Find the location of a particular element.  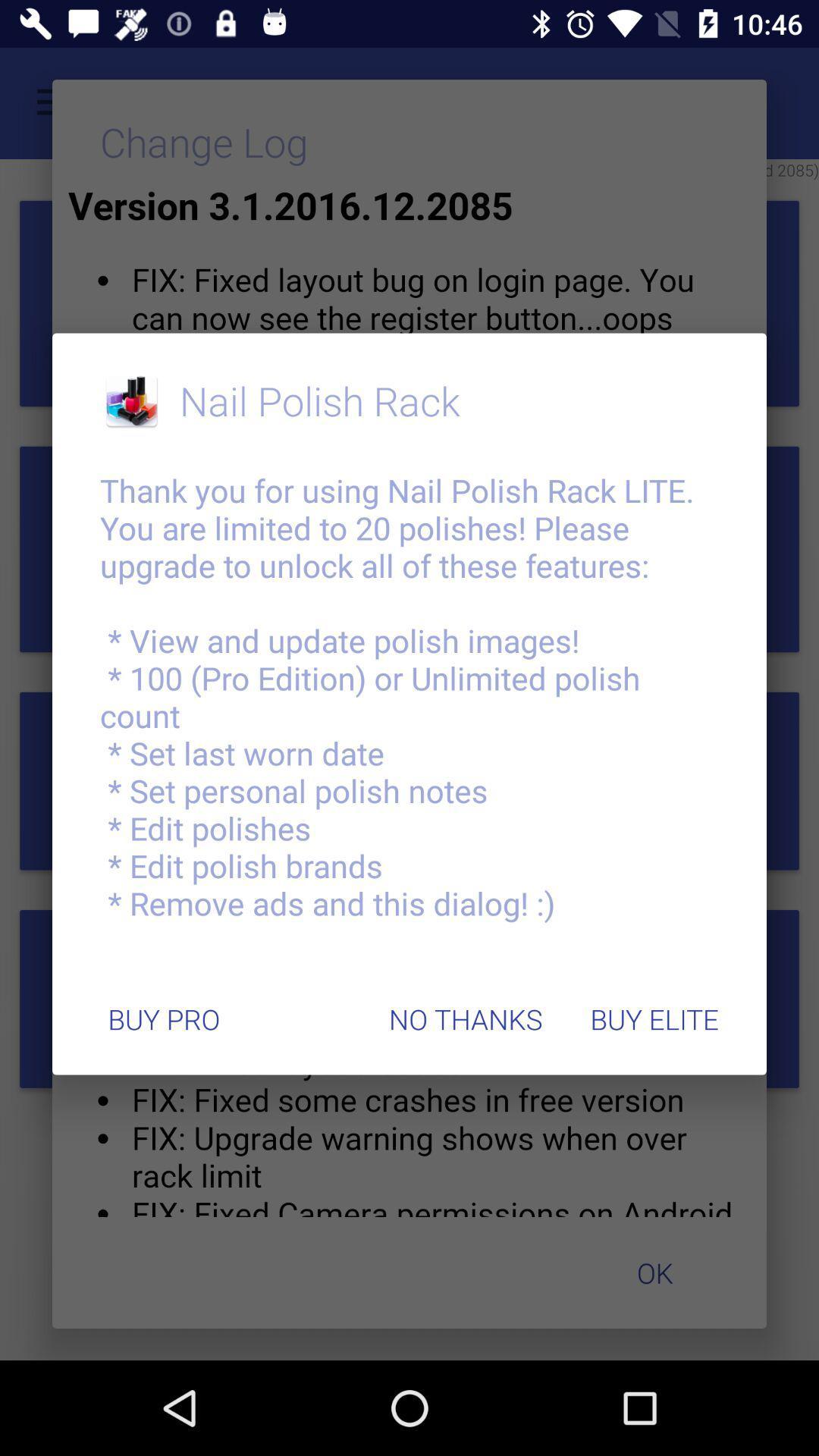

item to the right of the buy pro is located at coordinates (465, 1019).